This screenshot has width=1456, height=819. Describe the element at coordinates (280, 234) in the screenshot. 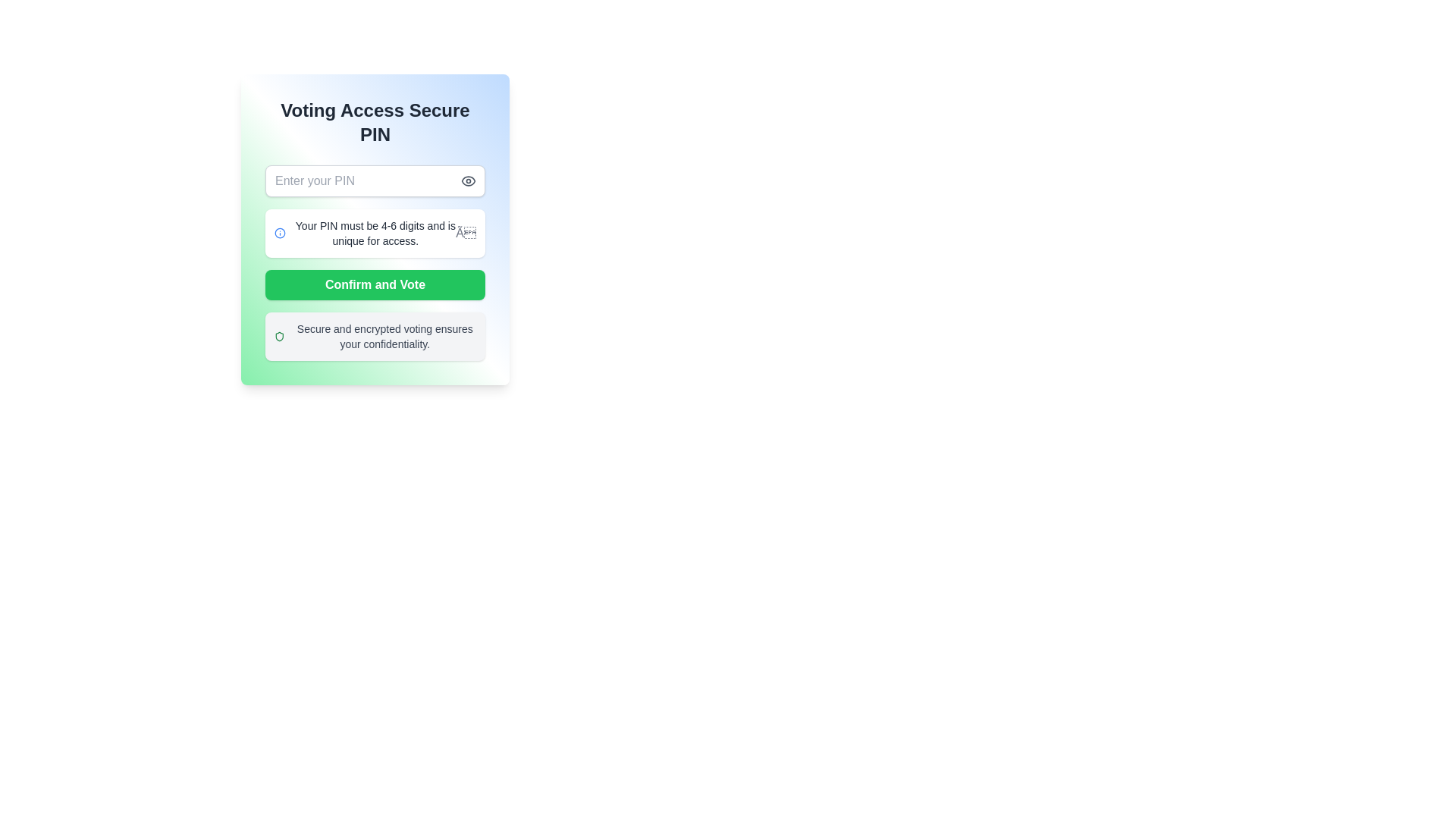

I see `the circular graphical component illustrating the informational message about PIN requirements, located in the middle section of the form` at that location.